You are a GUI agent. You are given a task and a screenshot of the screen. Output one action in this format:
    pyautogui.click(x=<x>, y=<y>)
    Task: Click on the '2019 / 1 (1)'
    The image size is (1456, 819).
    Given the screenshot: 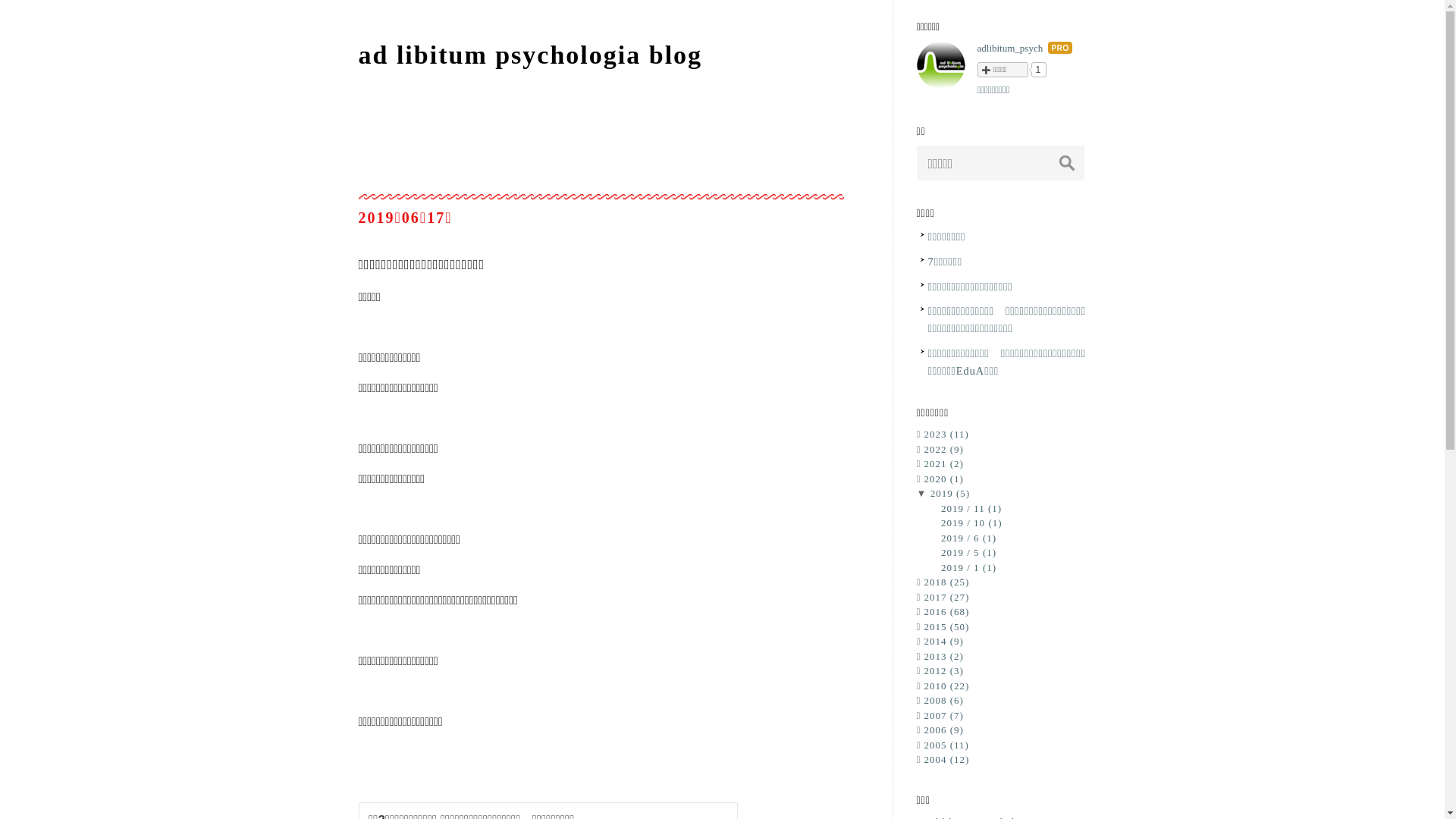 What is the action you would take?
    pyautogui.click(x=968, y=567)
    